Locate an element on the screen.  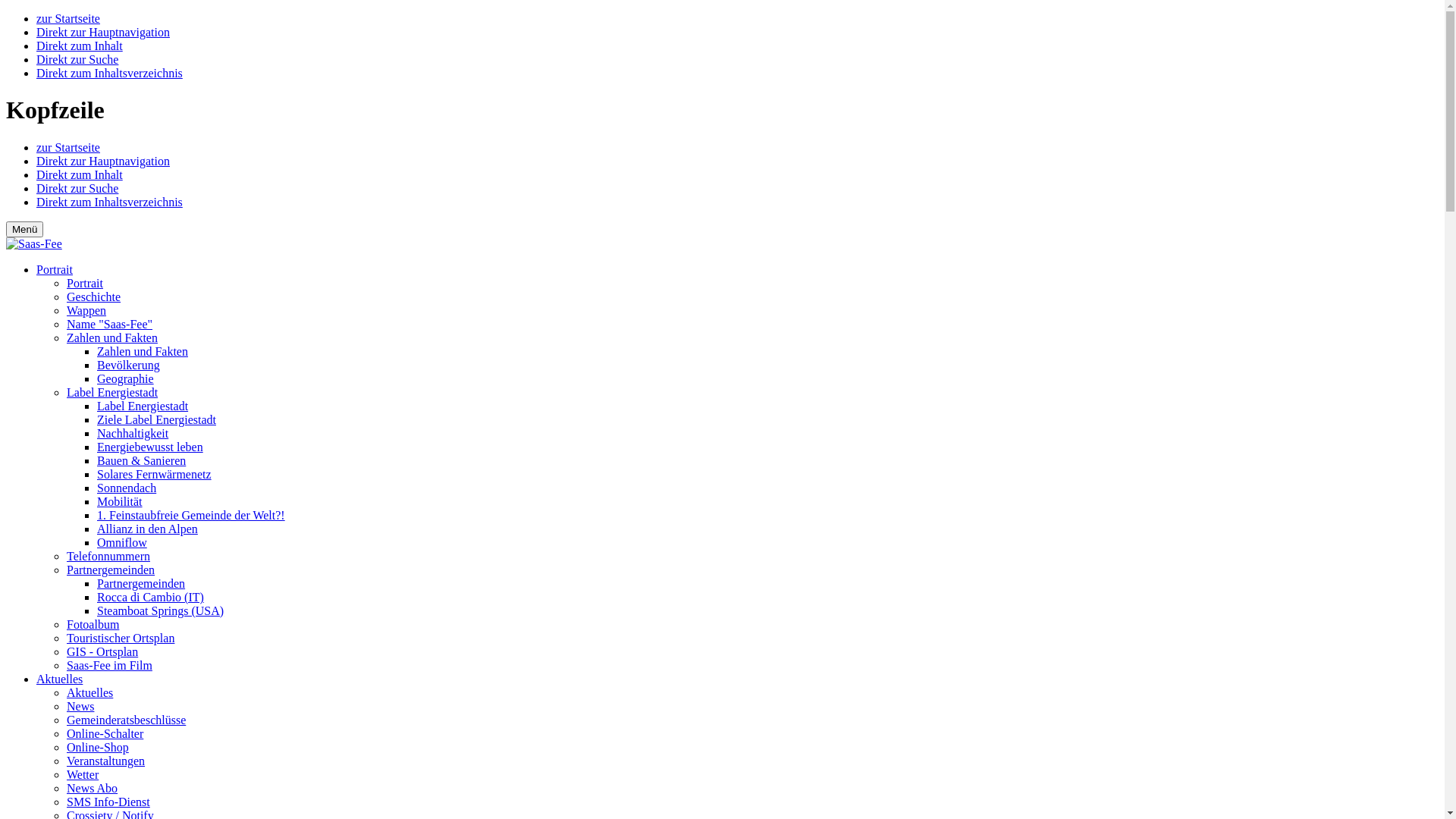
'Direkt zum Inhalt' is located at coordinates (36, 174).